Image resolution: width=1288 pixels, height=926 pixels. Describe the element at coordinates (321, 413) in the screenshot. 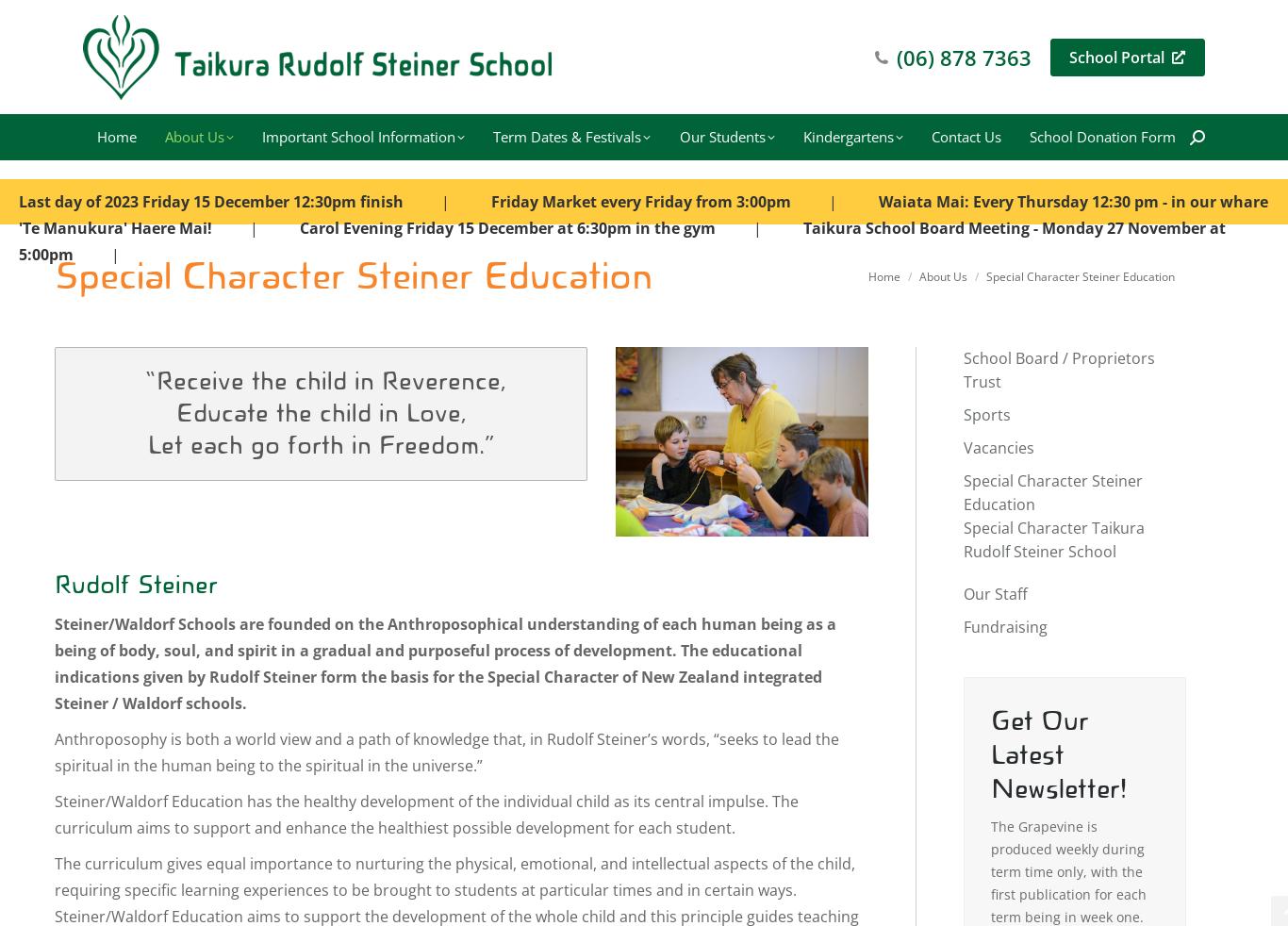

I see `'Educate the child in Love,'` at that location.